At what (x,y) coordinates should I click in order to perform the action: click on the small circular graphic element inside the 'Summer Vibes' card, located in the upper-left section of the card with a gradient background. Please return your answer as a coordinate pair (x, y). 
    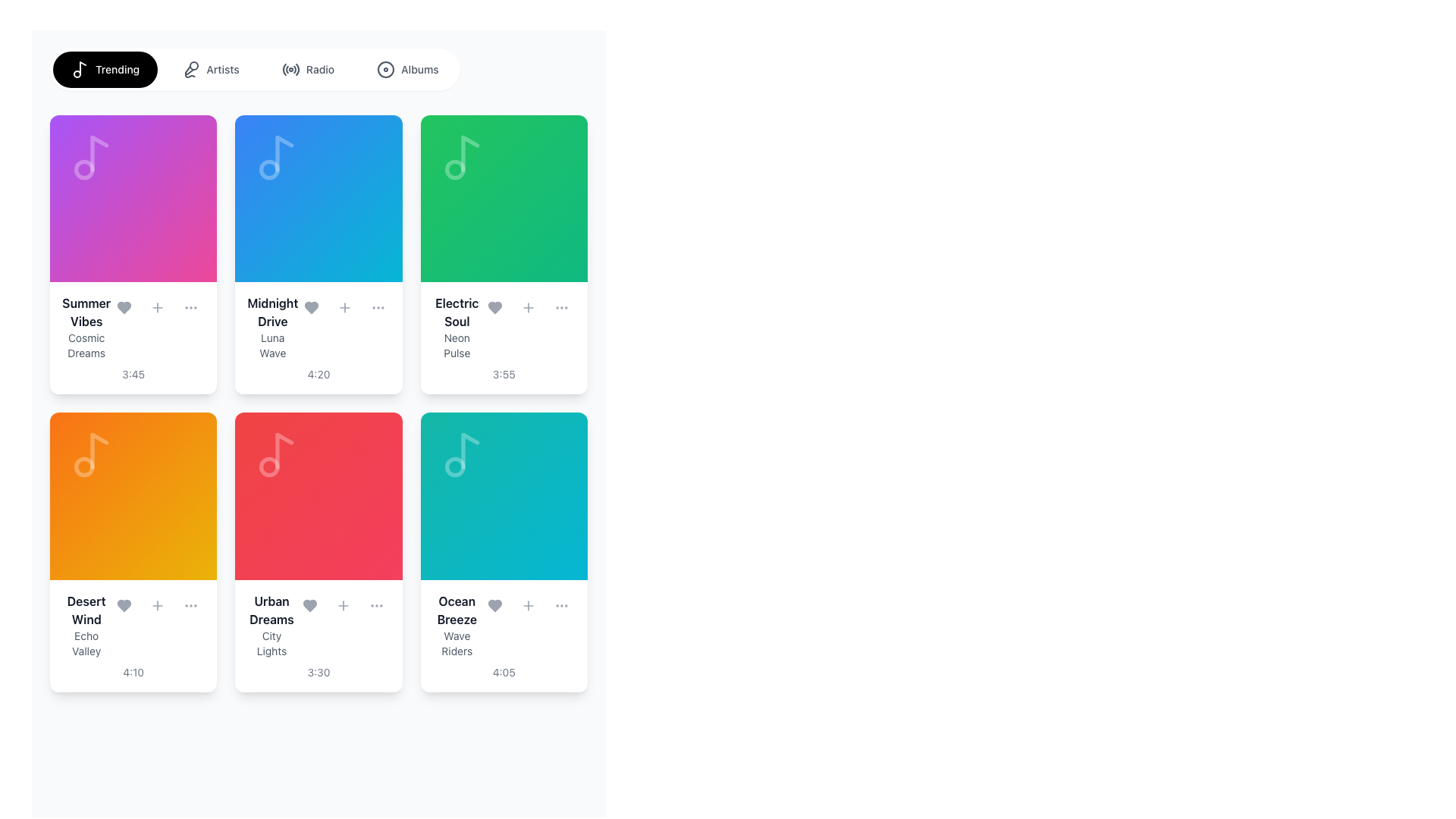
    Looking at the image, I should click on (83, 169).